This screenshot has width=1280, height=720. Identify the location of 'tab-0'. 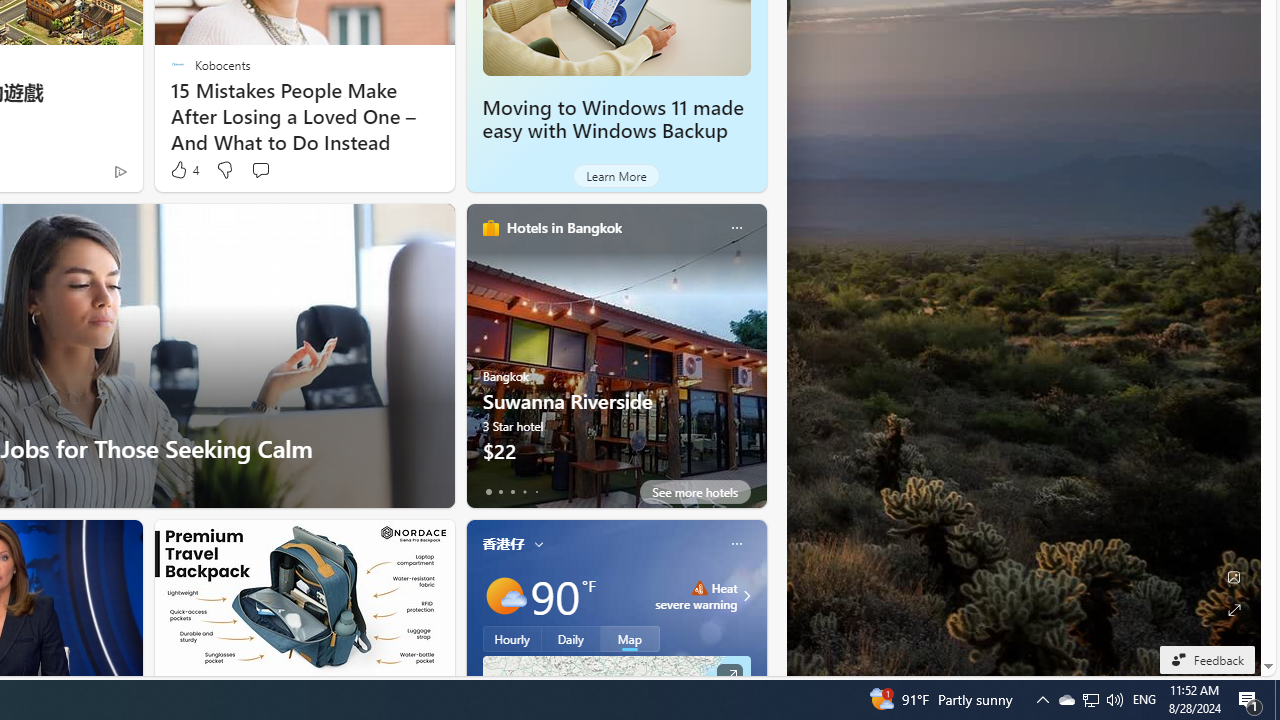
(488, 492).